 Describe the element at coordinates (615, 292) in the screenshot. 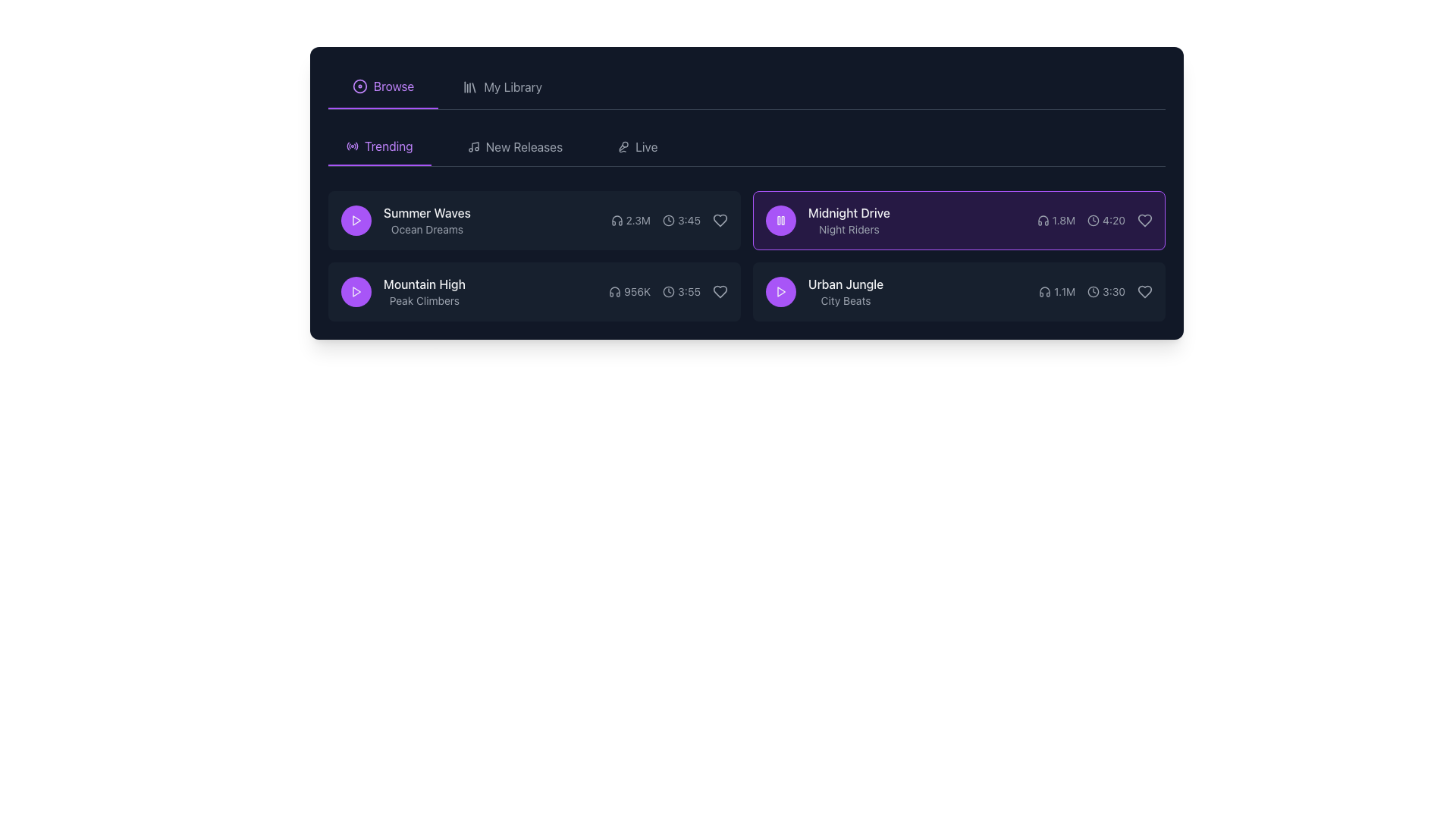

I see `the stylized headphones icon located in the playlist area to the left of the 'Midnight Drive' track details` at that location.